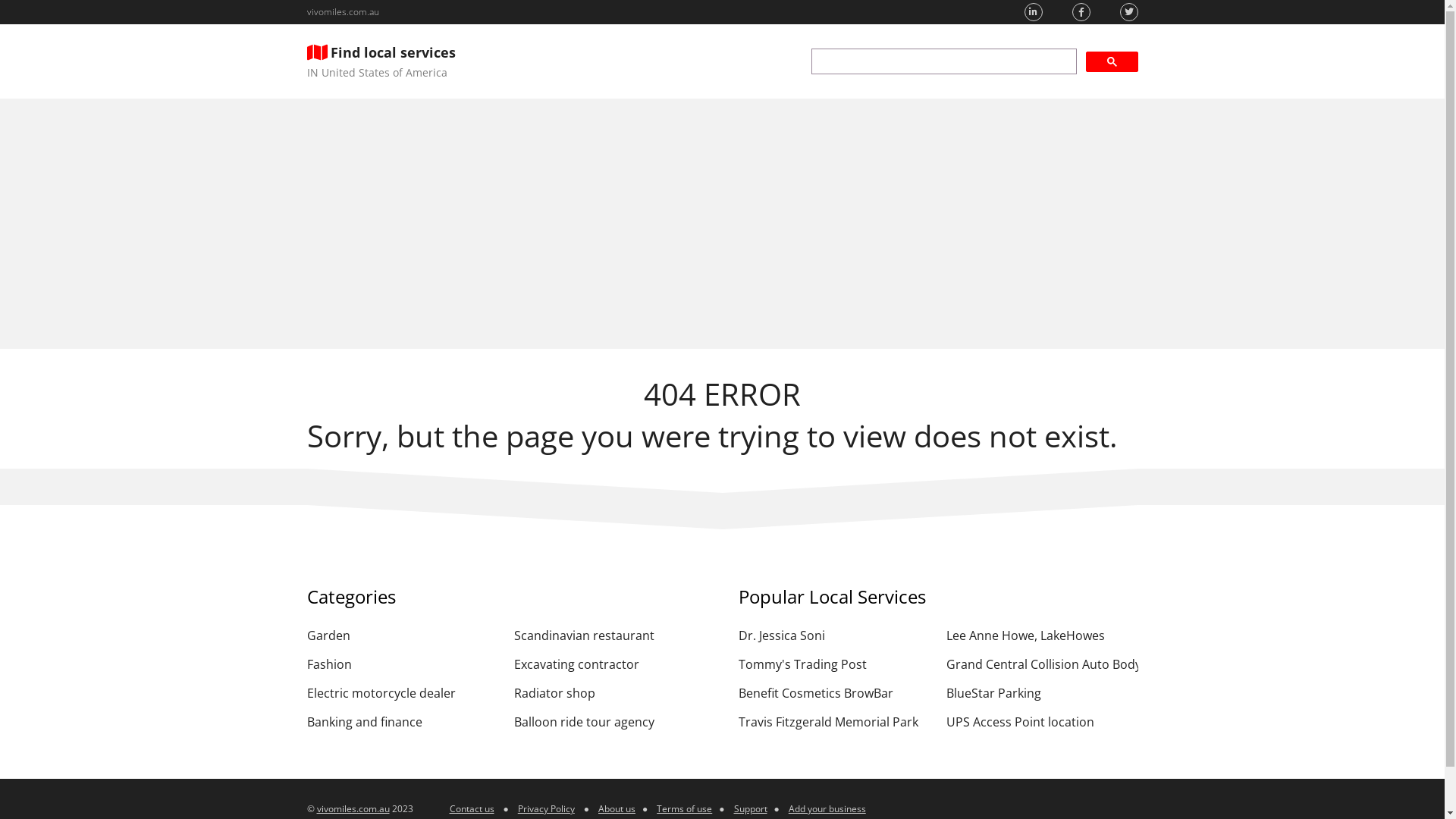 This screenshot has width=1456, height=819. What do you see at coordinates (610, 663) in the screenshot?
I see `'Excavating contractor'` at bounding box center [610, 663].